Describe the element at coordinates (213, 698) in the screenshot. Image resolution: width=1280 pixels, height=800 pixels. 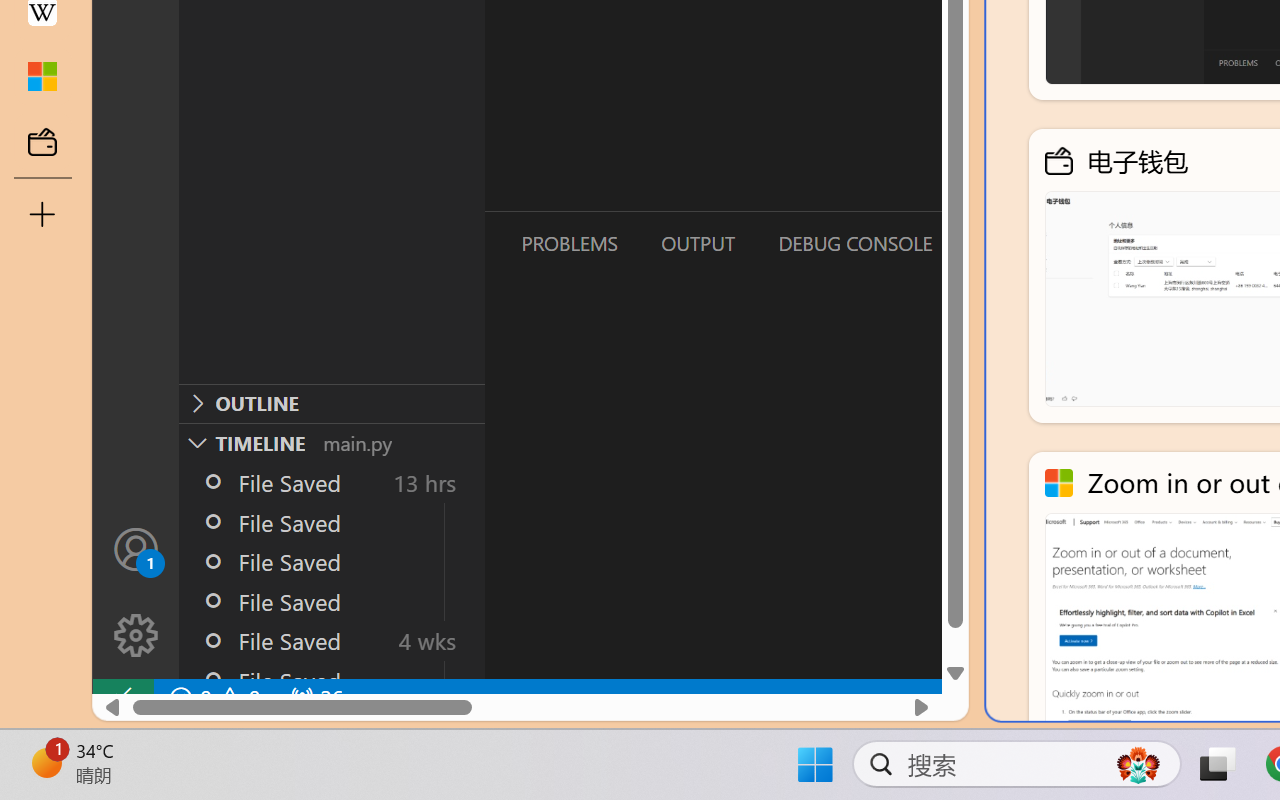
I see `'No Problems'` at that location.